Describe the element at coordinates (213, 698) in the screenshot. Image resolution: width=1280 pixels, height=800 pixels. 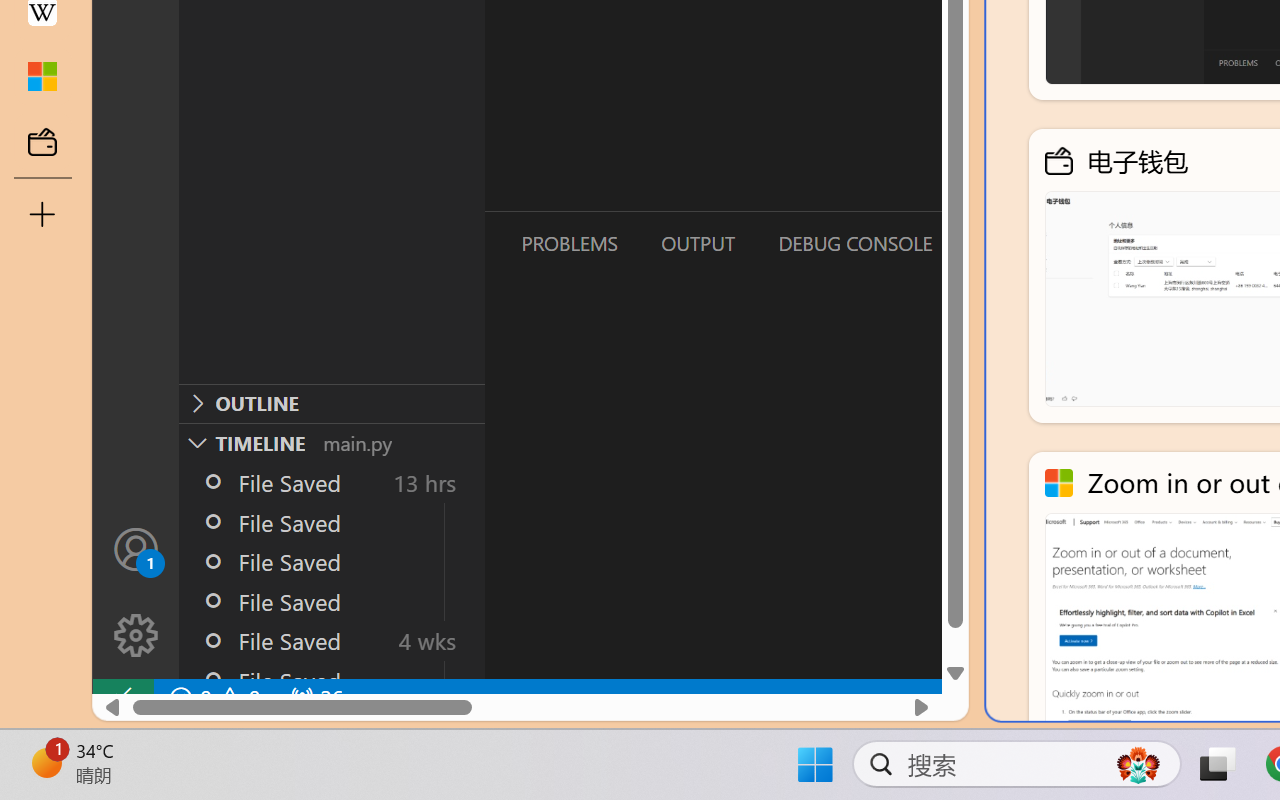
I see `'No Problems'` at that location.